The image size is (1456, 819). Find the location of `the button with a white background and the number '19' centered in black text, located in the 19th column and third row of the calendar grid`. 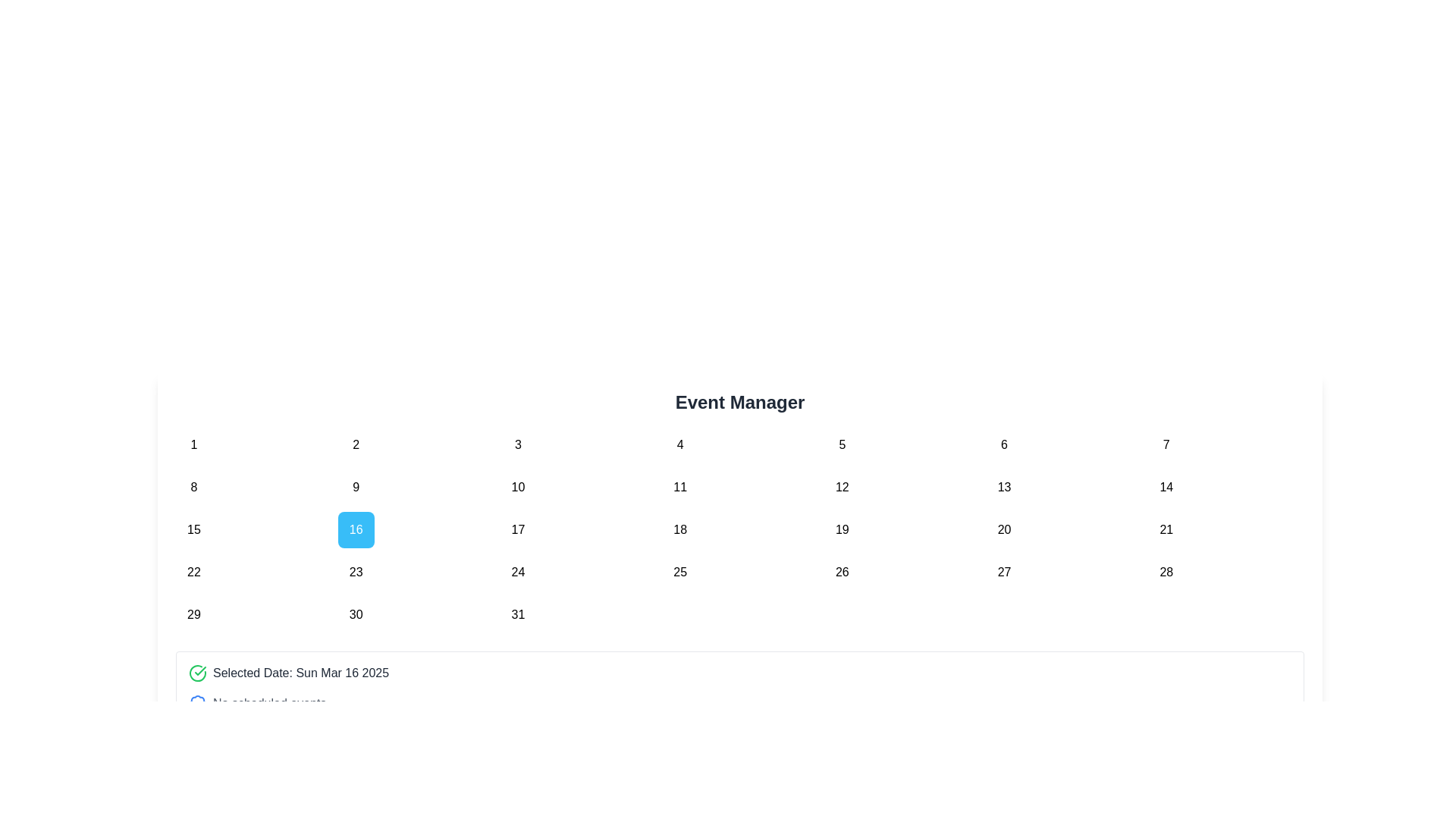

the button with a white background and the number '19' centered in black text, located in the 19th column and third row of the calendar grid is located at coordinates (841, 529).